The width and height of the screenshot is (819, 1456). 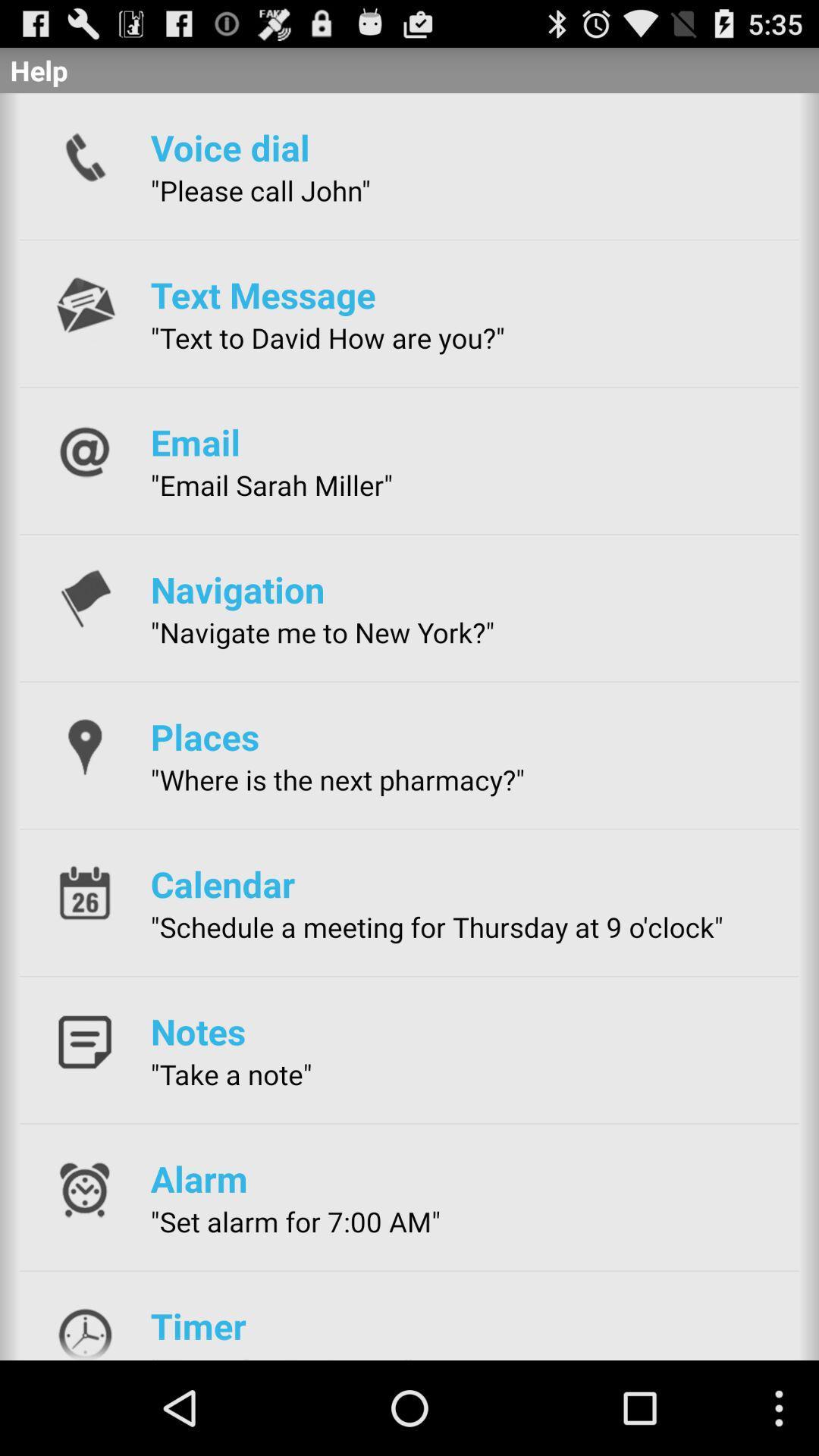 I want to click on app above "take a note" app, so click(x=197, y=1031).